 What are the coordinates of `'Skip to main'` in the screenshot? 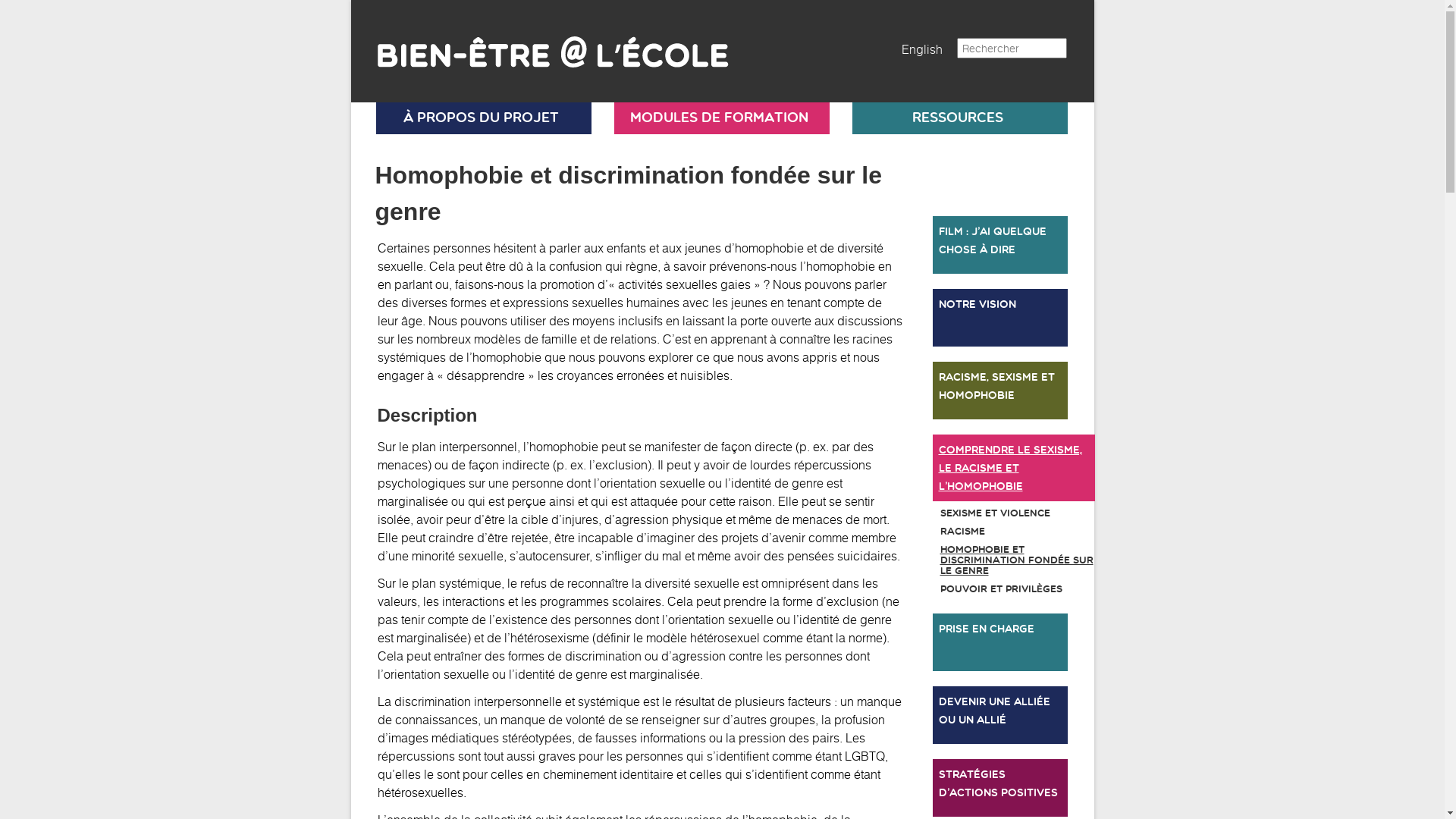 It's located at (350, 0).